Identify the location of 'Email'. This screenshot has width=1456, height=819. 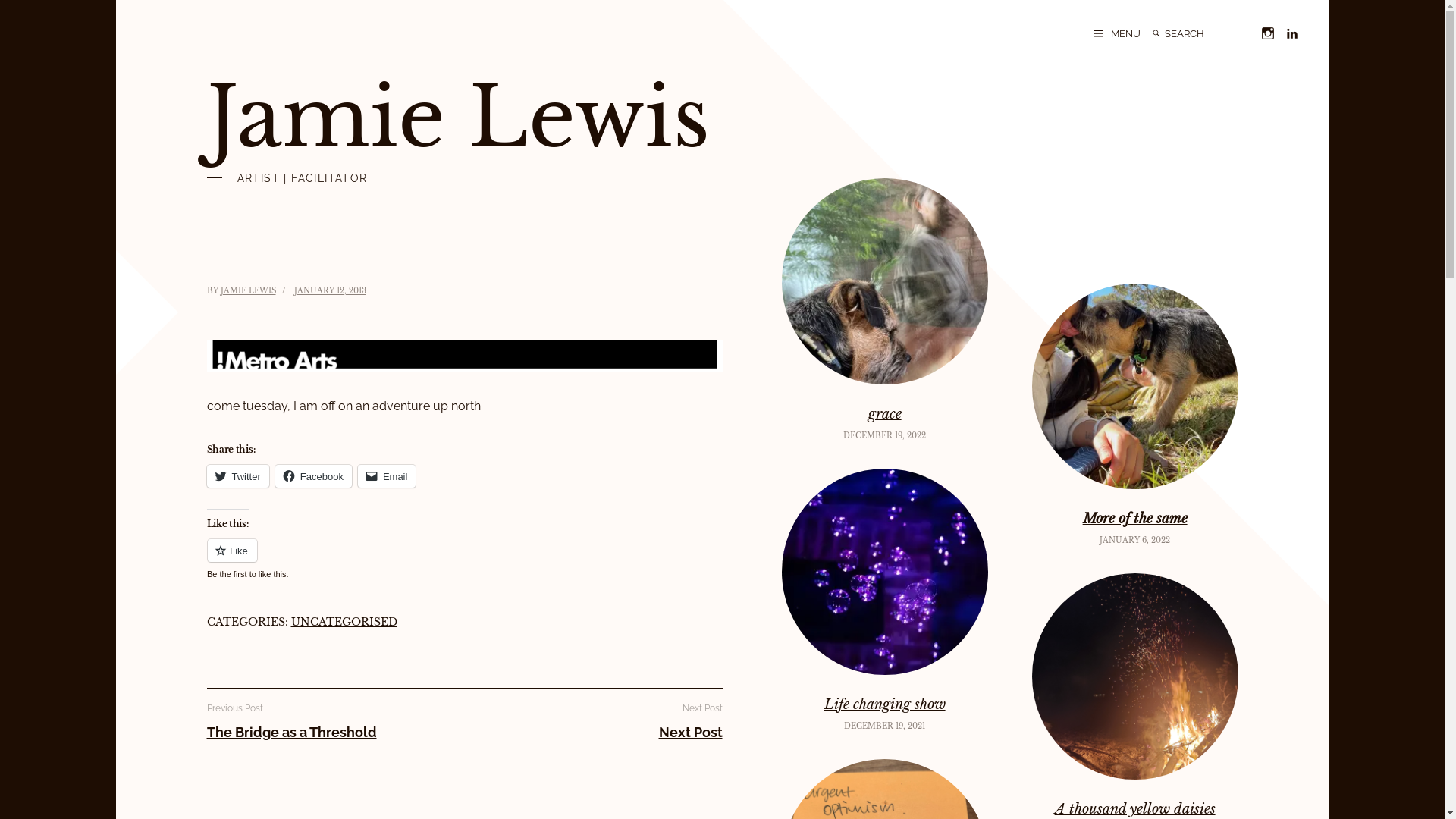
(387, 475).